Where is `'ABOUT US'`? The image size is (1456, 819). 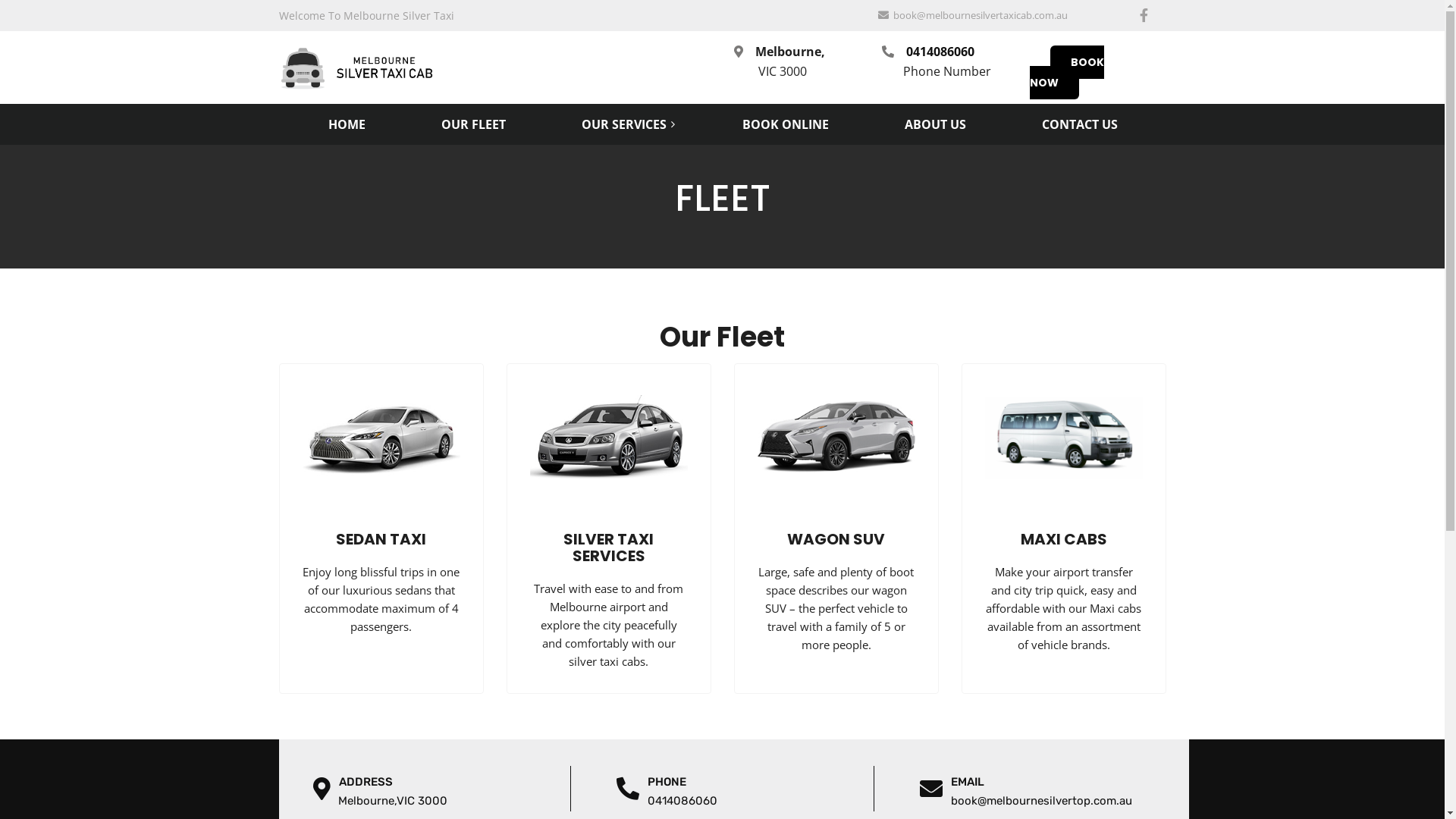 'ABOUT US' is located at coordinates (934, 121).